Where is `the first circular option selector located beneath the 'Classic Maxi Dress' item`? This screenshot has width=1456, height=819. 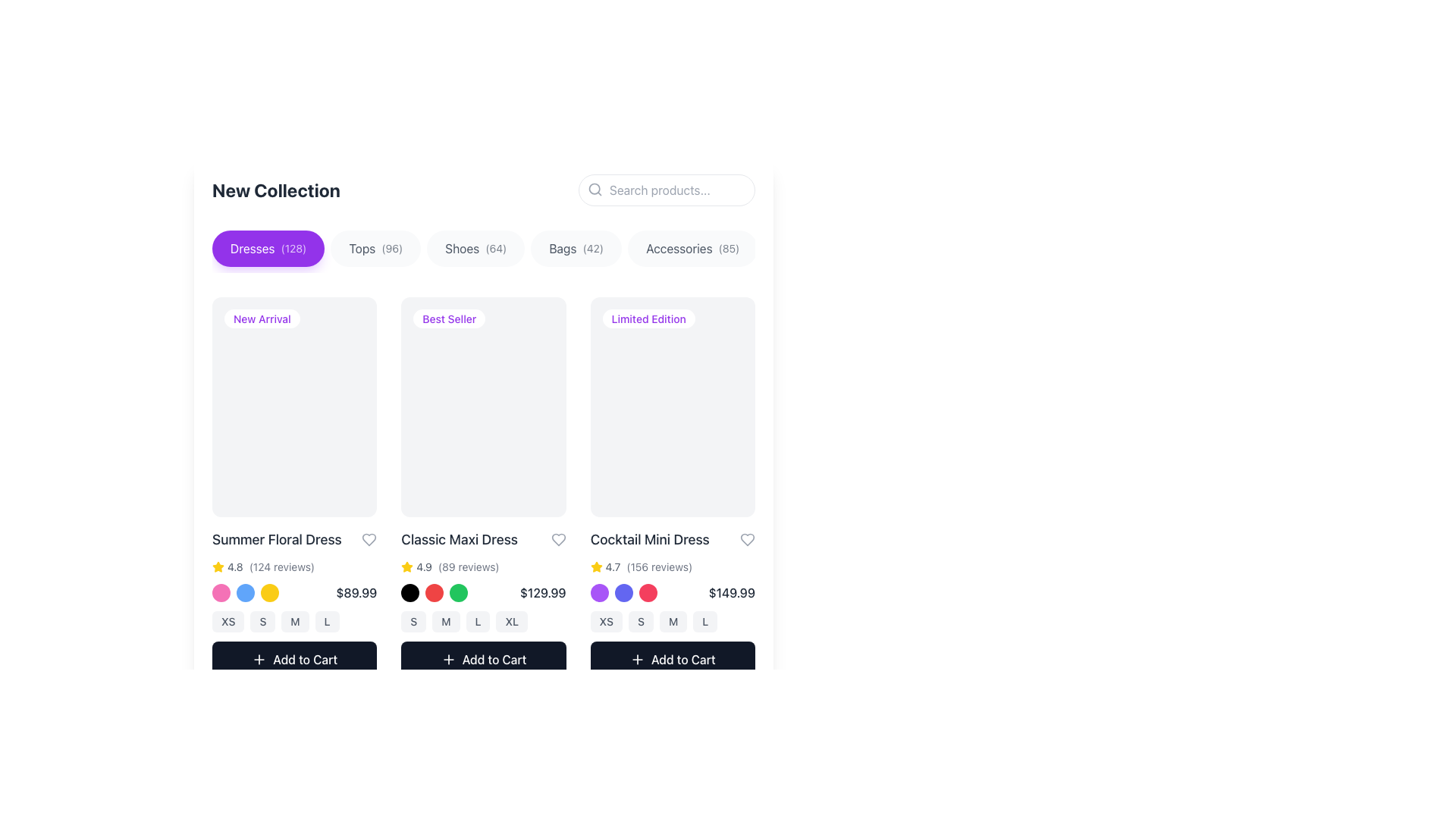 the first circular option selector located beneath the 'Classic Maxi Dress' item is located at coordinates (410, 591).